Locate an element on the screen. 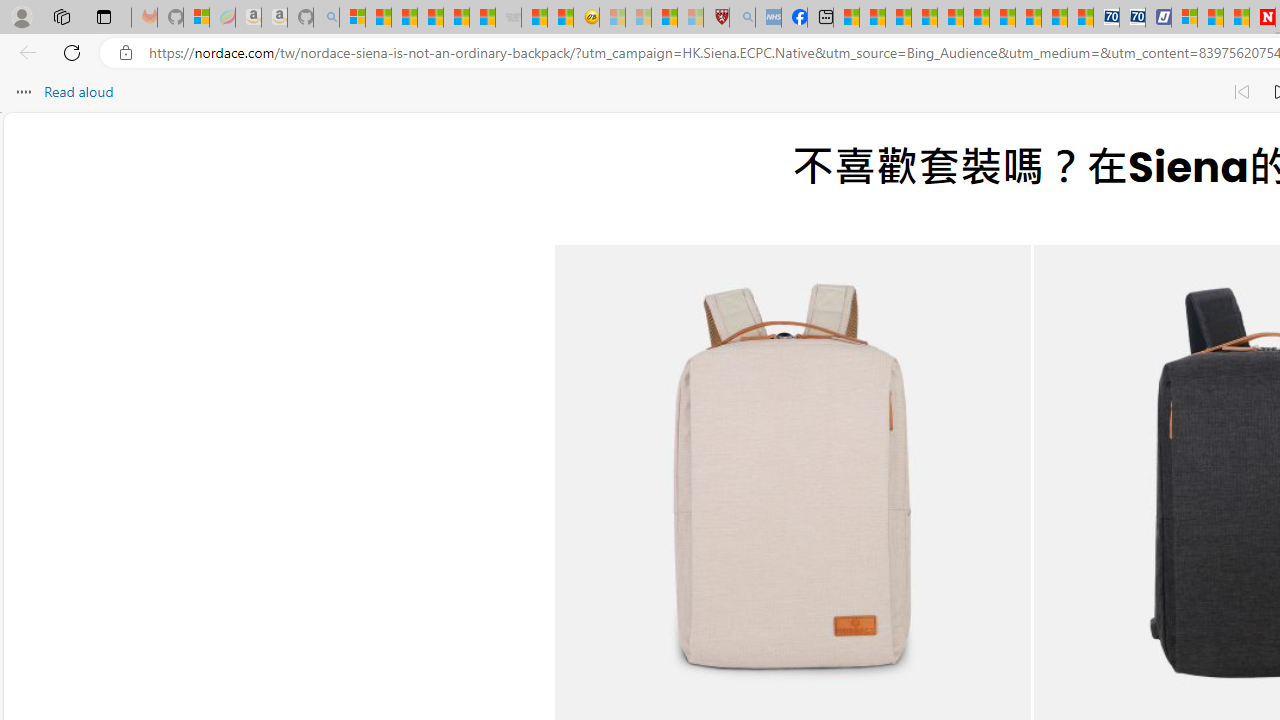 Image resolution: width=1280 pixels, height=720 pixels. 'Cheap Hotels - Save70.com' is located at coordinates (1132, 17).